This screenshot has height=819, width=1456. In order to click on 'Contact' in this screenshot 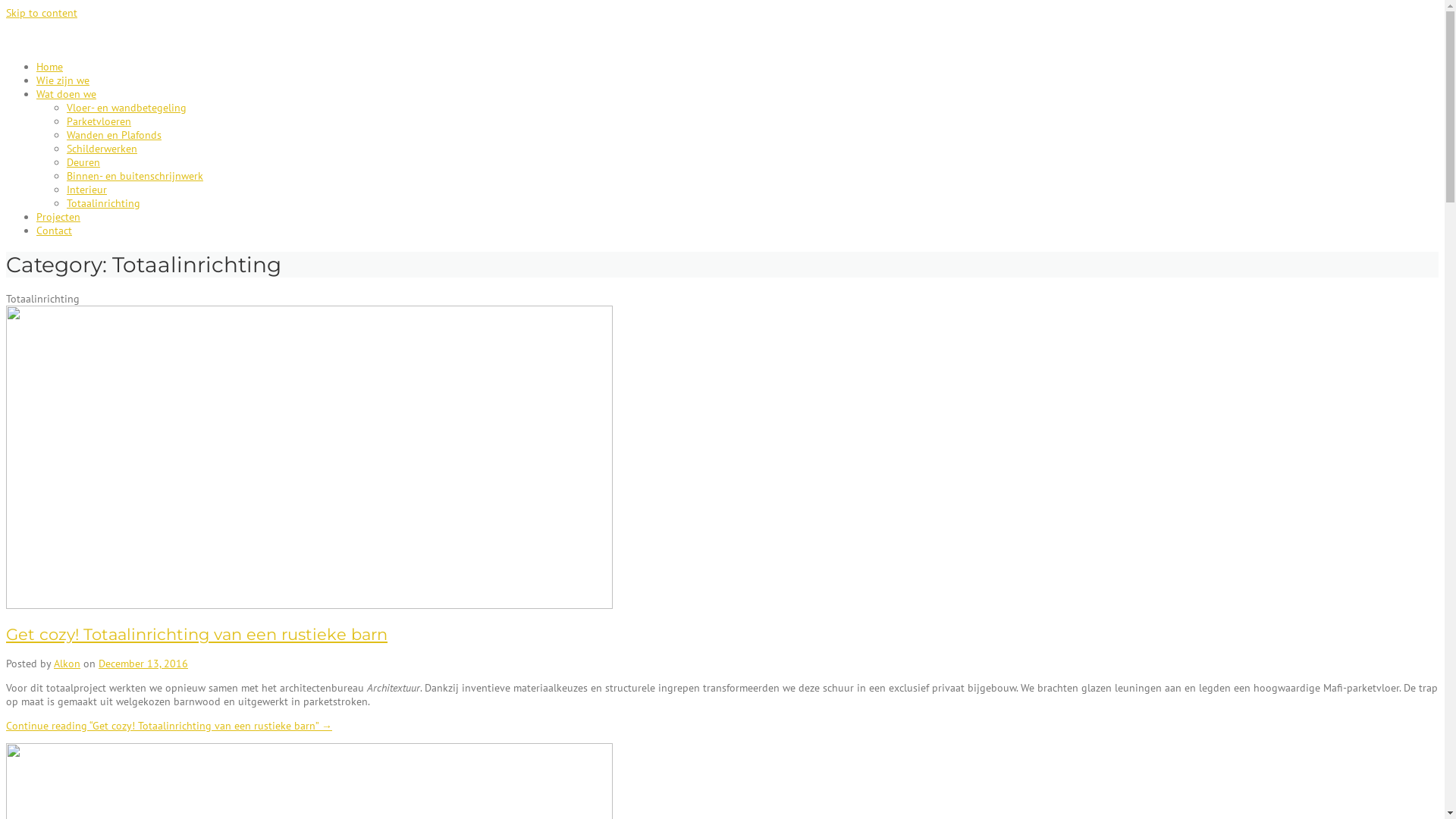, I will do `click(54, 231)`.